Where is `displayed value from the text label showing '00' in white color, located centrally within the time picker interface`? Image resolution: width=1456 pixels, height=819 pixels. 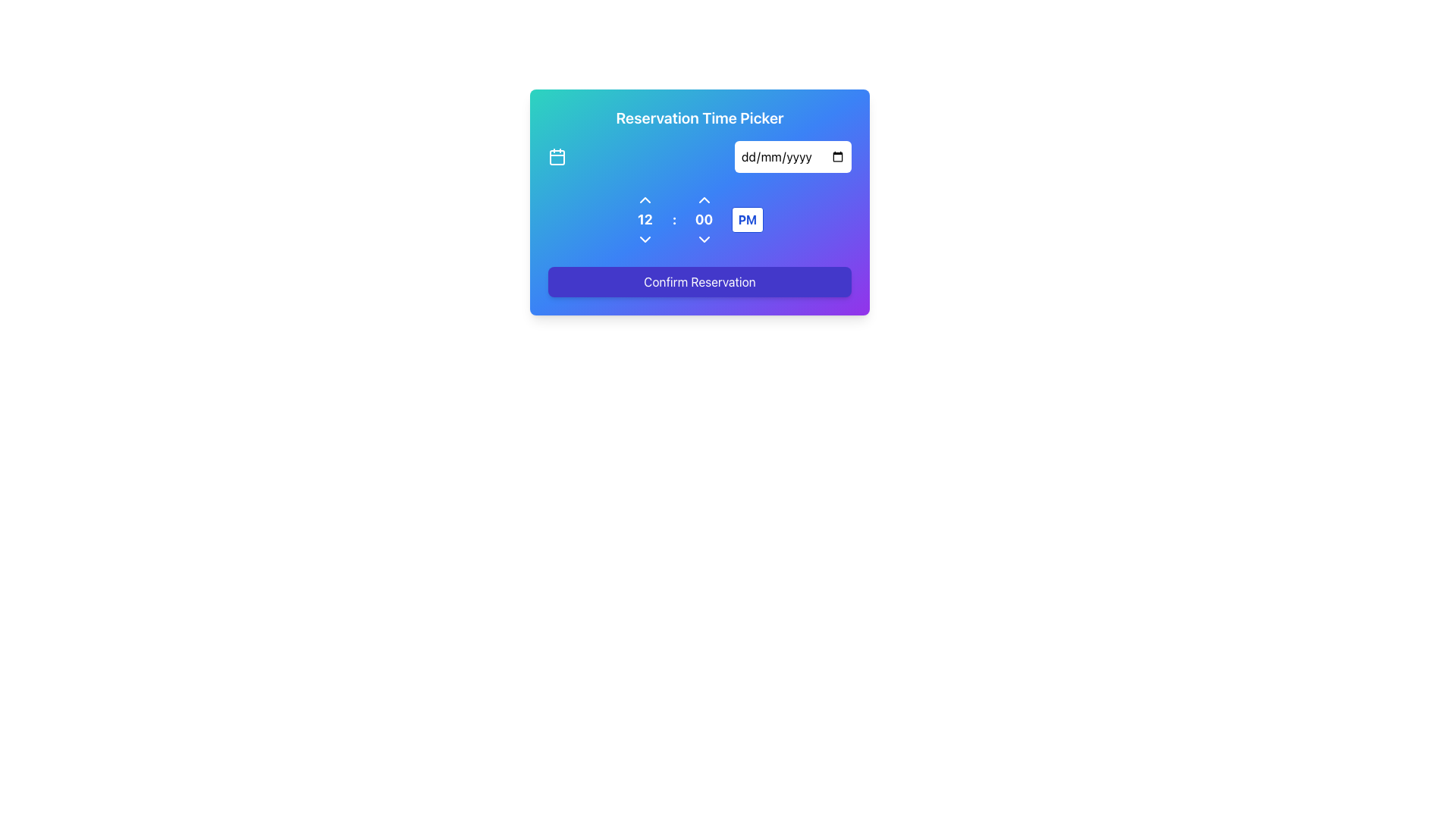 displayed value from the text label showing '00' in white color, located centrally within the time picker interface is located at coordinates (703, 219).